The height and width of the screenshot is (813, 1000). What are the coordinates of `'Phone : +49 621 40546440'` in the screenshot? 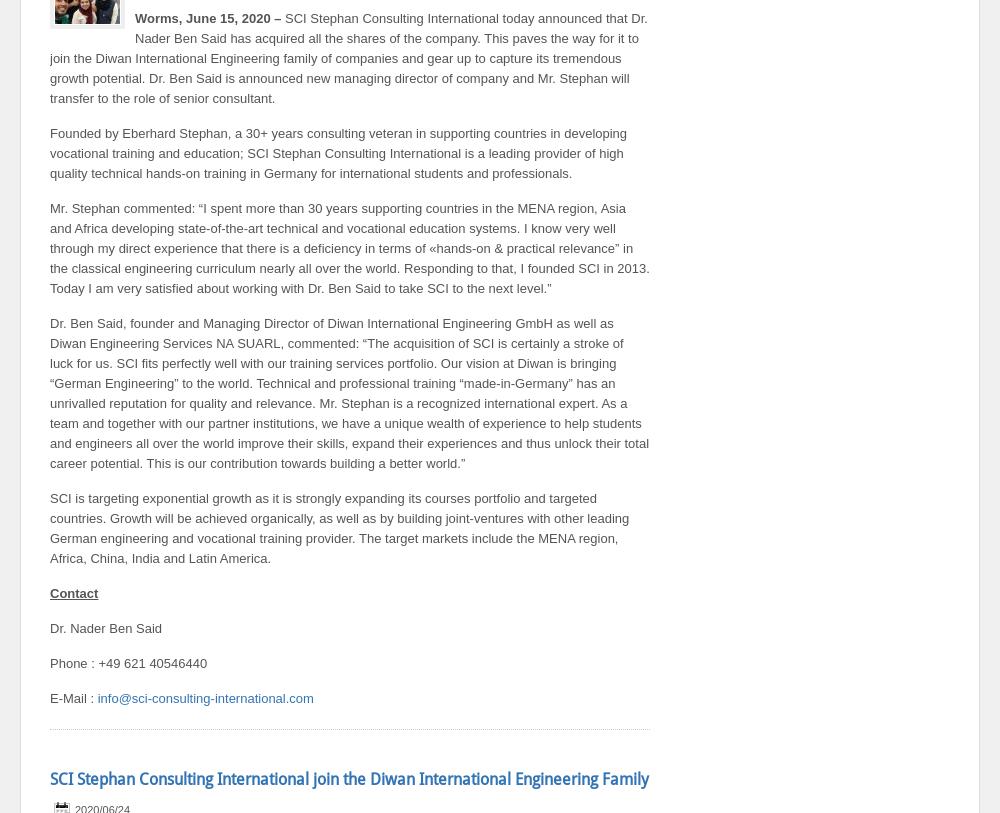 It's located at (50, 663).